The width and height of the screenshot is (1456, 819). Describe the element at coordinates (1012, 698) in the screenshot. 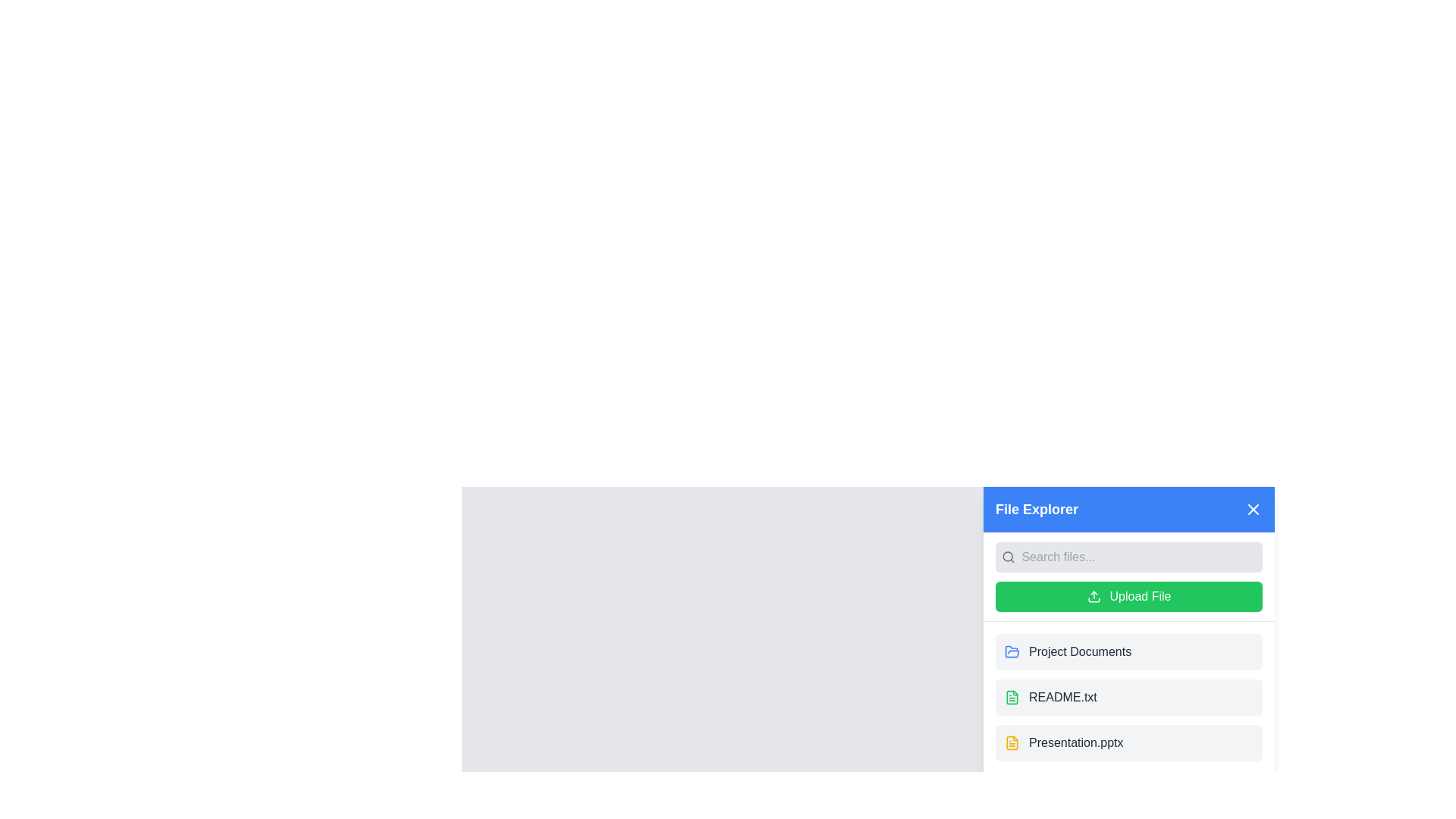

I see `the small green document icon located to the left of the 'README.txt' label` at that location.